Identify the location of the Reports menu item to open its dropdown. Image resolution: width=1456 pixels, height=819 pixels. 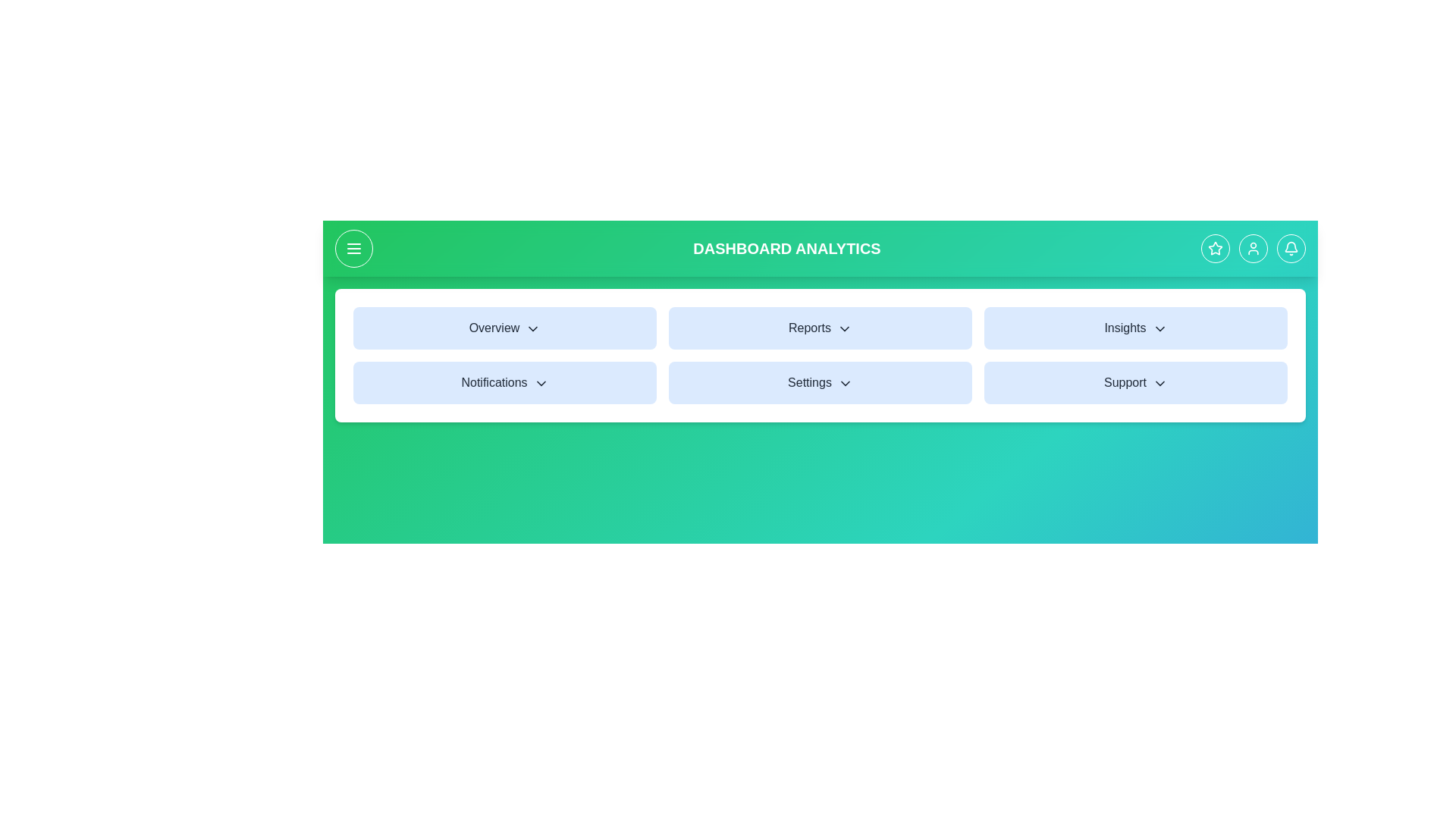
(819, 327).